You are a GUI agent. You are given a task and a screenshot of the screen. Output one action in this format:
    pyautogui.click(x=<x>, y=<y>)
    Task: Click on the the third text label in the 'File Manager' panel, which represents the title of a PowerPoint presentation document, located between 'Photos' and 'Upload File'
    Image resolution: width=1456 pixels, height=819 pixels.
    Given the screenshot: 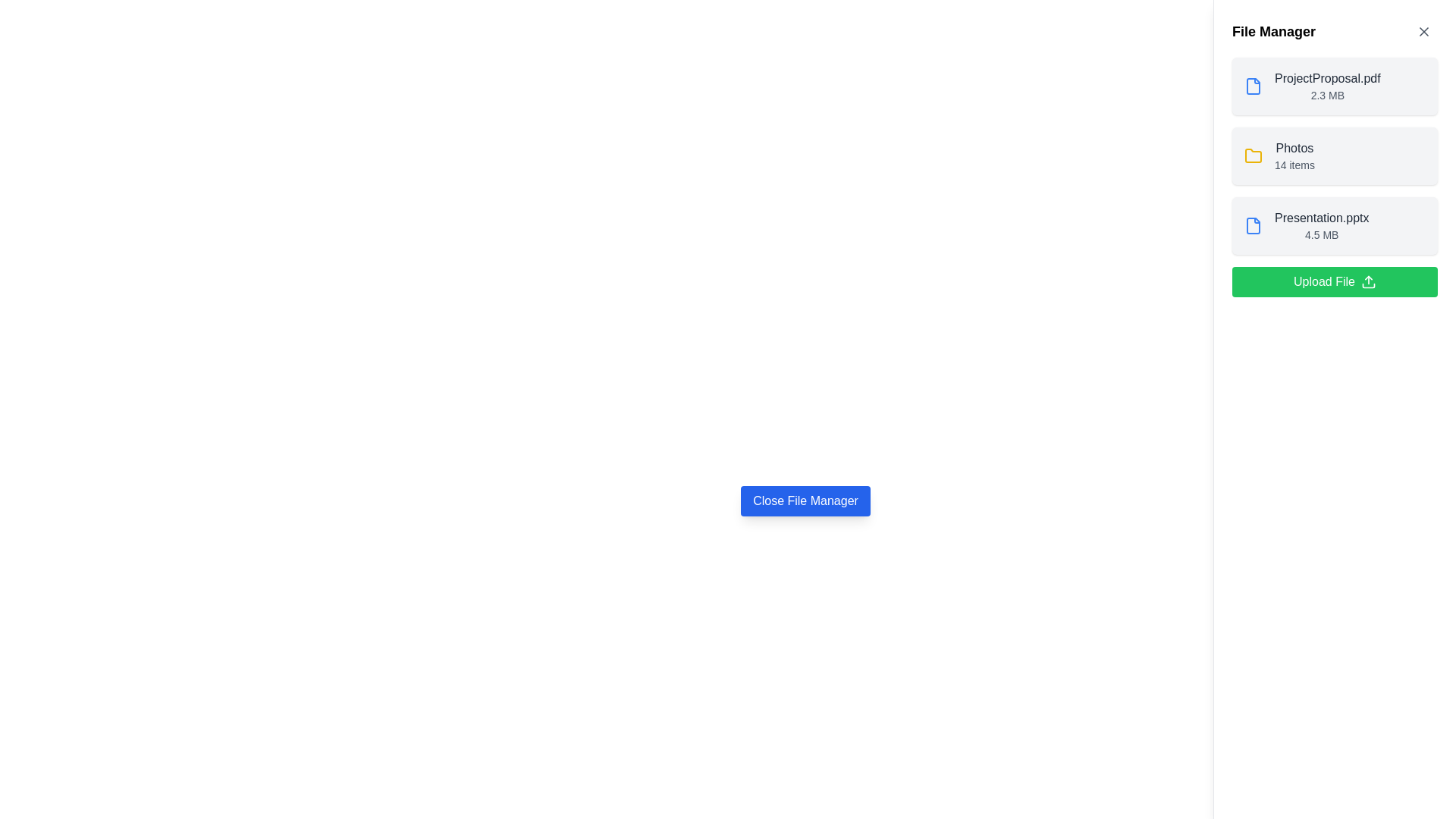 What is the action you would take?
    pyautogui.click(x=1321, y=218)
    